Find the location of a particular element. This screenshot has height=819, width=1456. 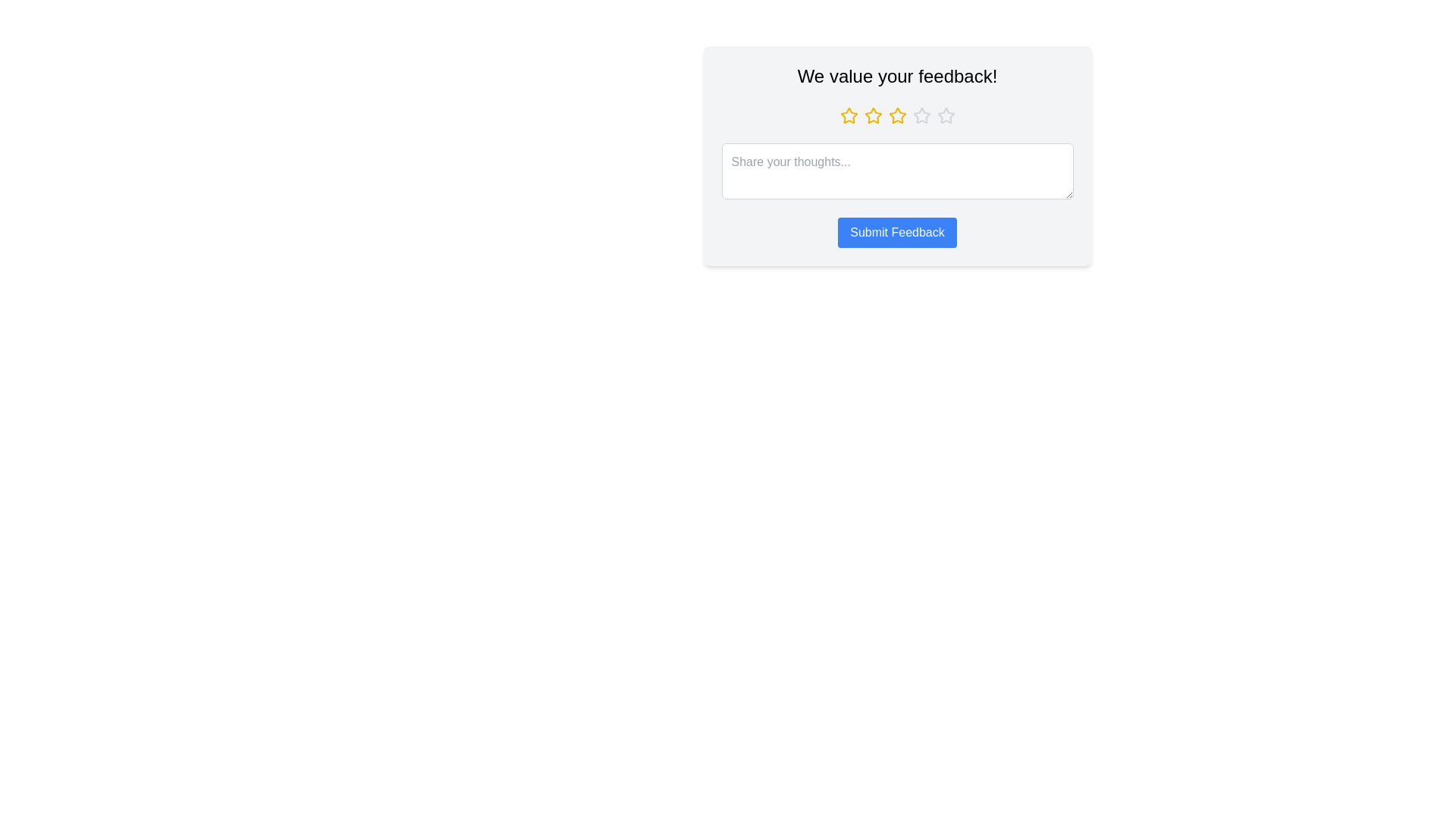

the left-most star icon in the rating system is located at coordinates (848, 115).